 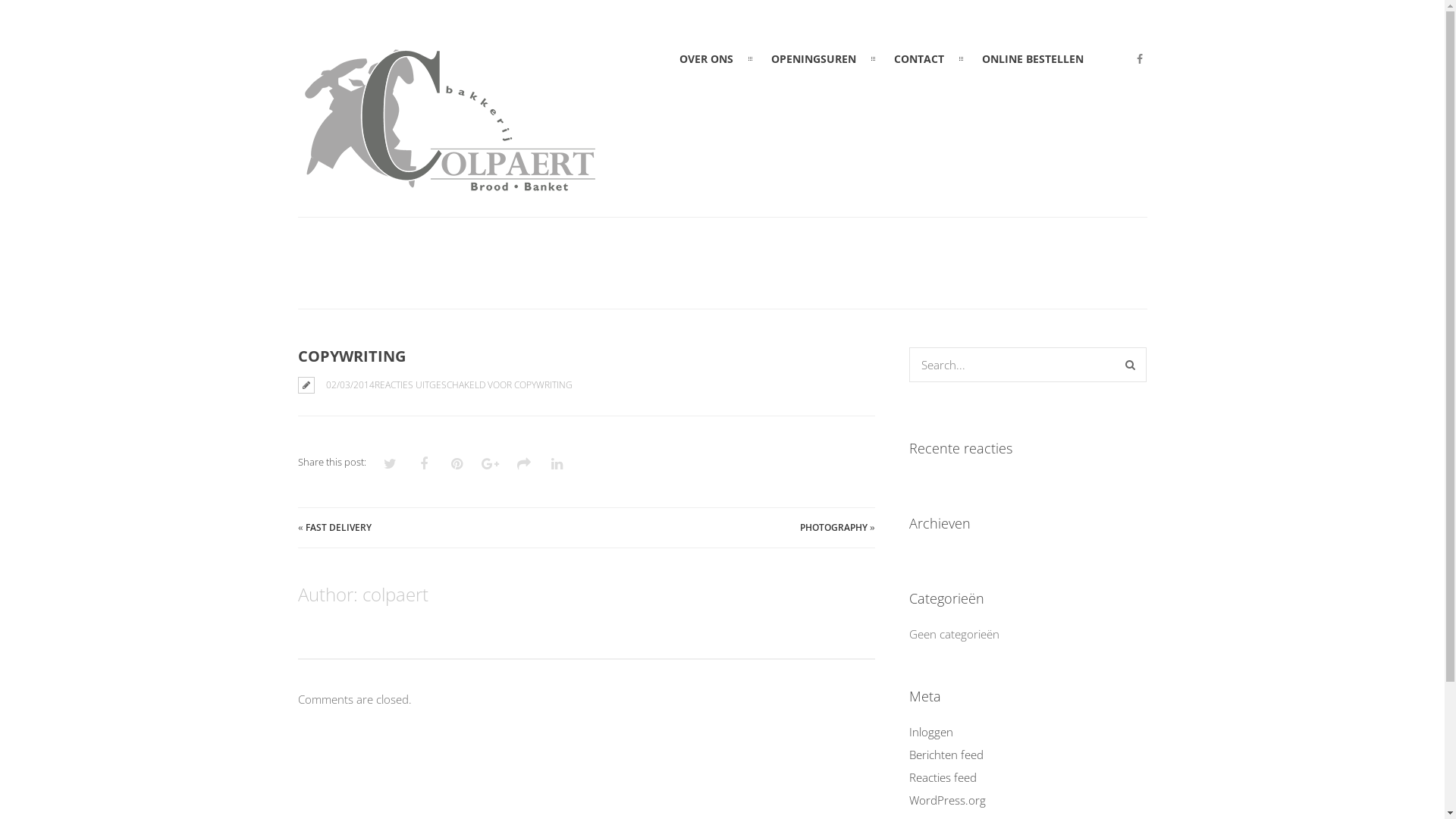 I want to click on 'OPENINGSUREN', so click(x=813, y=58).